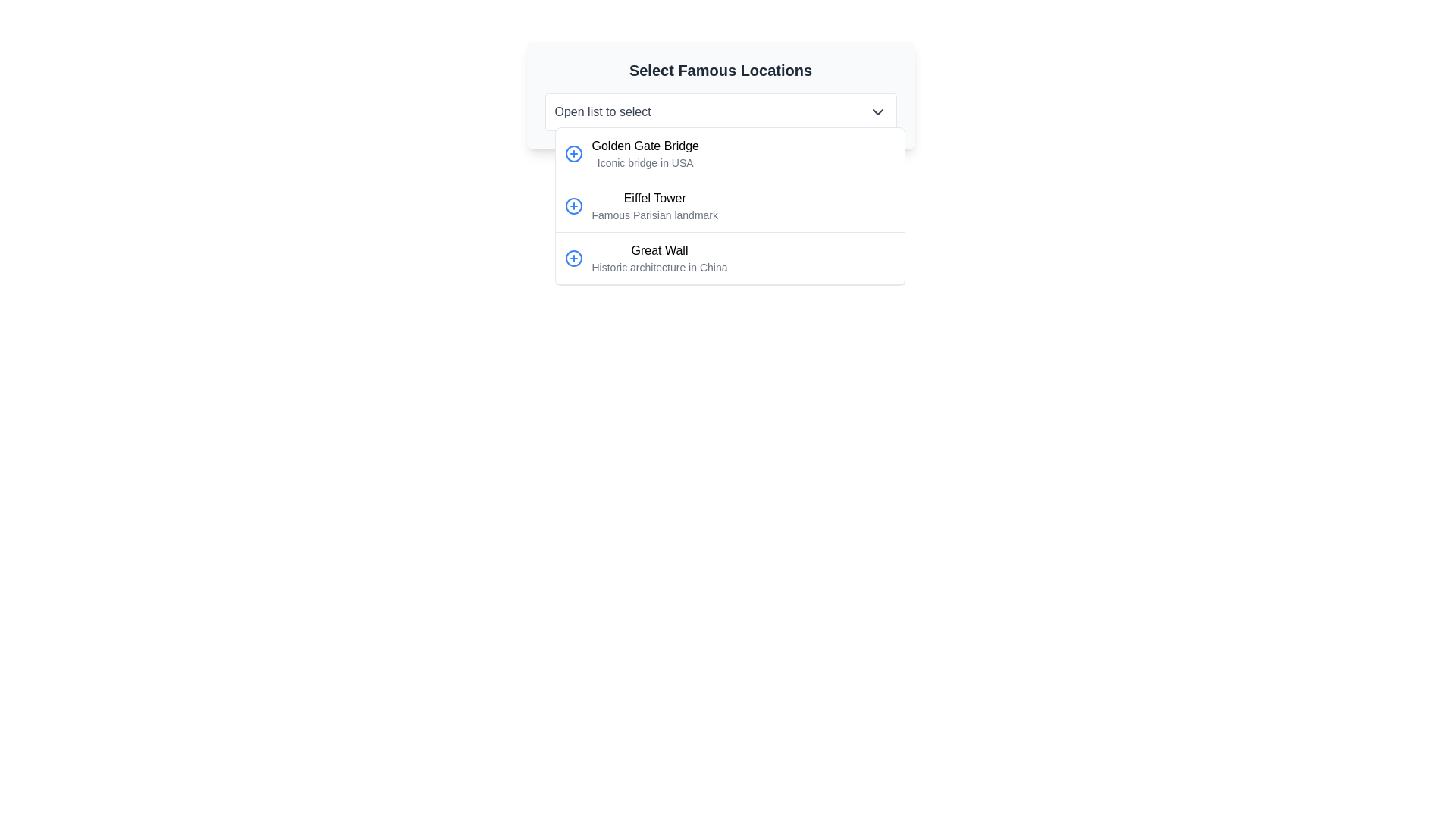 This screenshot has width=1456, height=819. Describe the element at coordinates (573, 154) in the screenshot. I see `the circular blue plus icon located to the left of the 'Golden Gate Bridge' entry in the dropdown list by` at that location.